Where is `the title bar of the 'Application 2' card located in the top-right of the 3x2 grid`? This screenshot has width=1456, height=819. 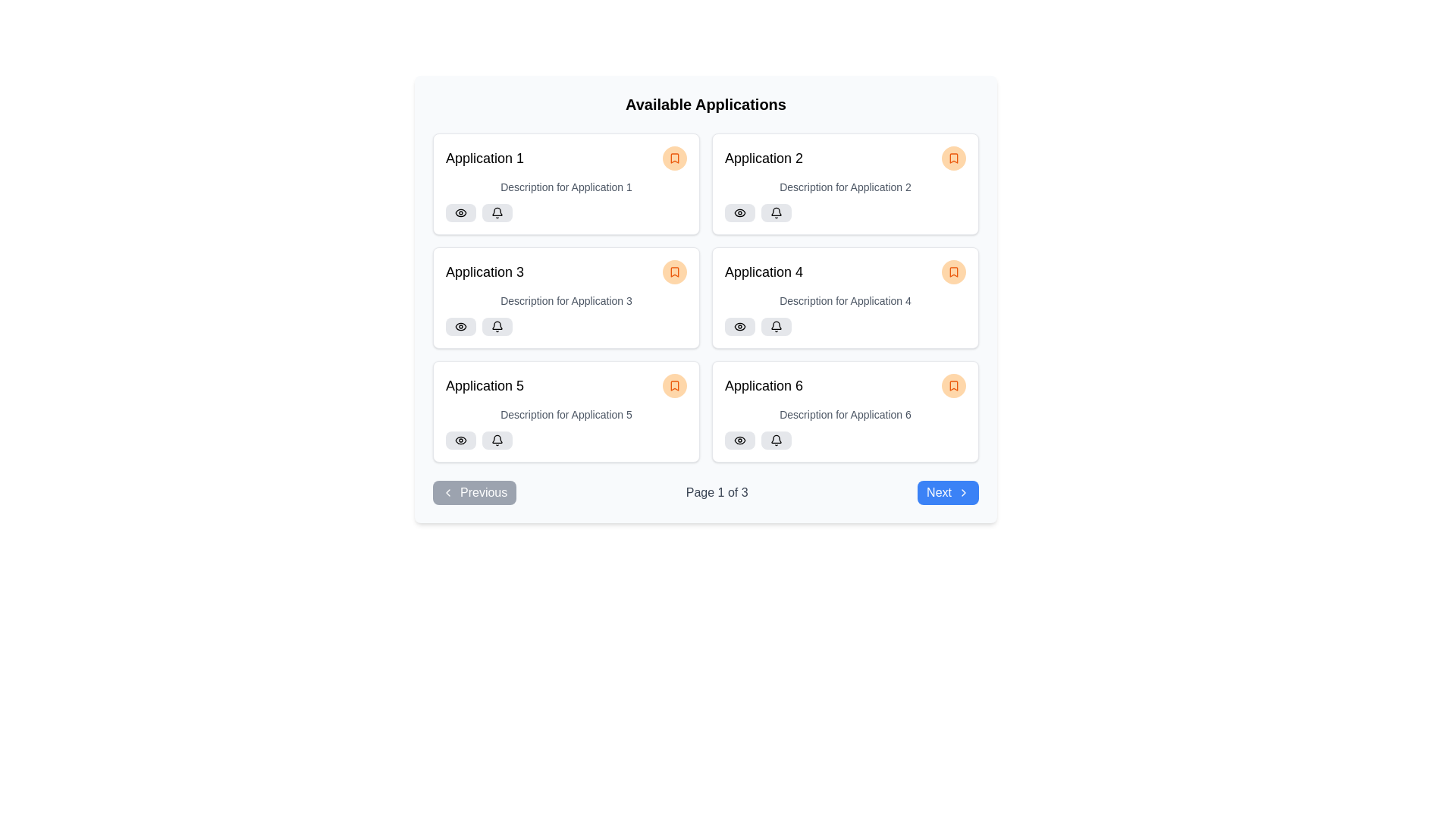
the title bar of the 'Application 2' card located in the top-right of the 3x2 grid is located at coordinates (844, 158).